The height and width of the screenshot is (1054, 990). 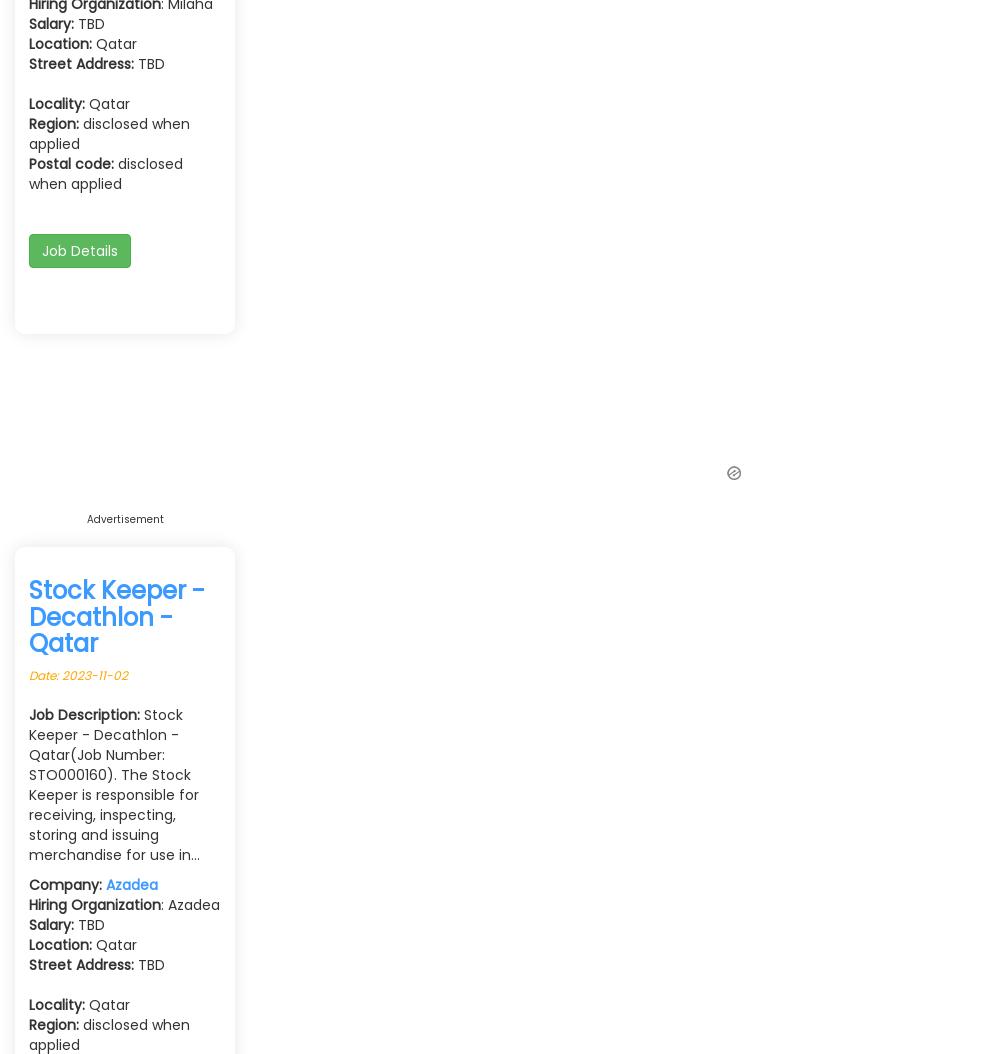 I want to click on ': Azadea', so click(x=190, y=903).